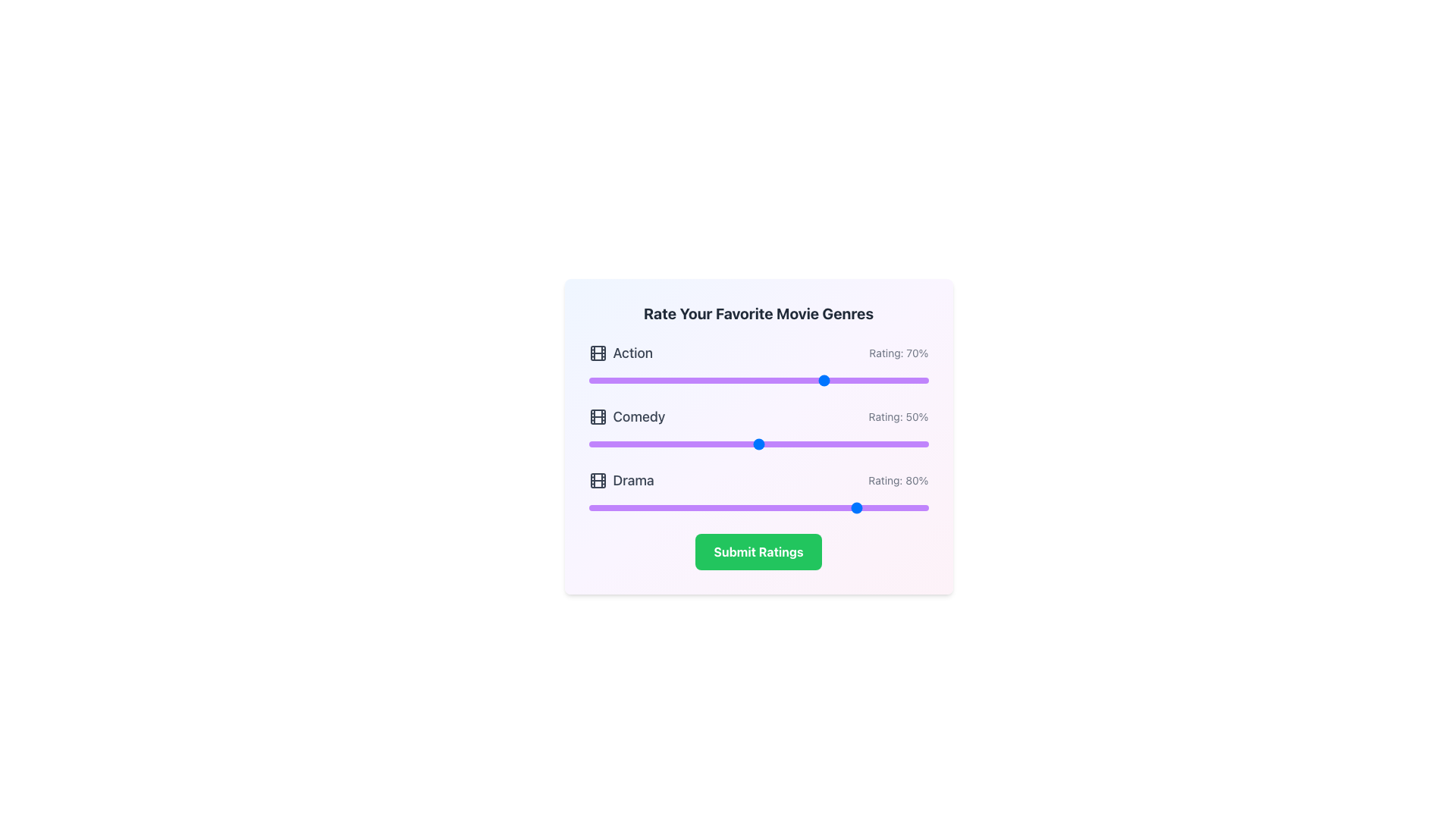  What do you see at coordinates (768, 379) in the screenshot?
I see `the 'Action' movie genre rating` at bounding box center [768, 379].